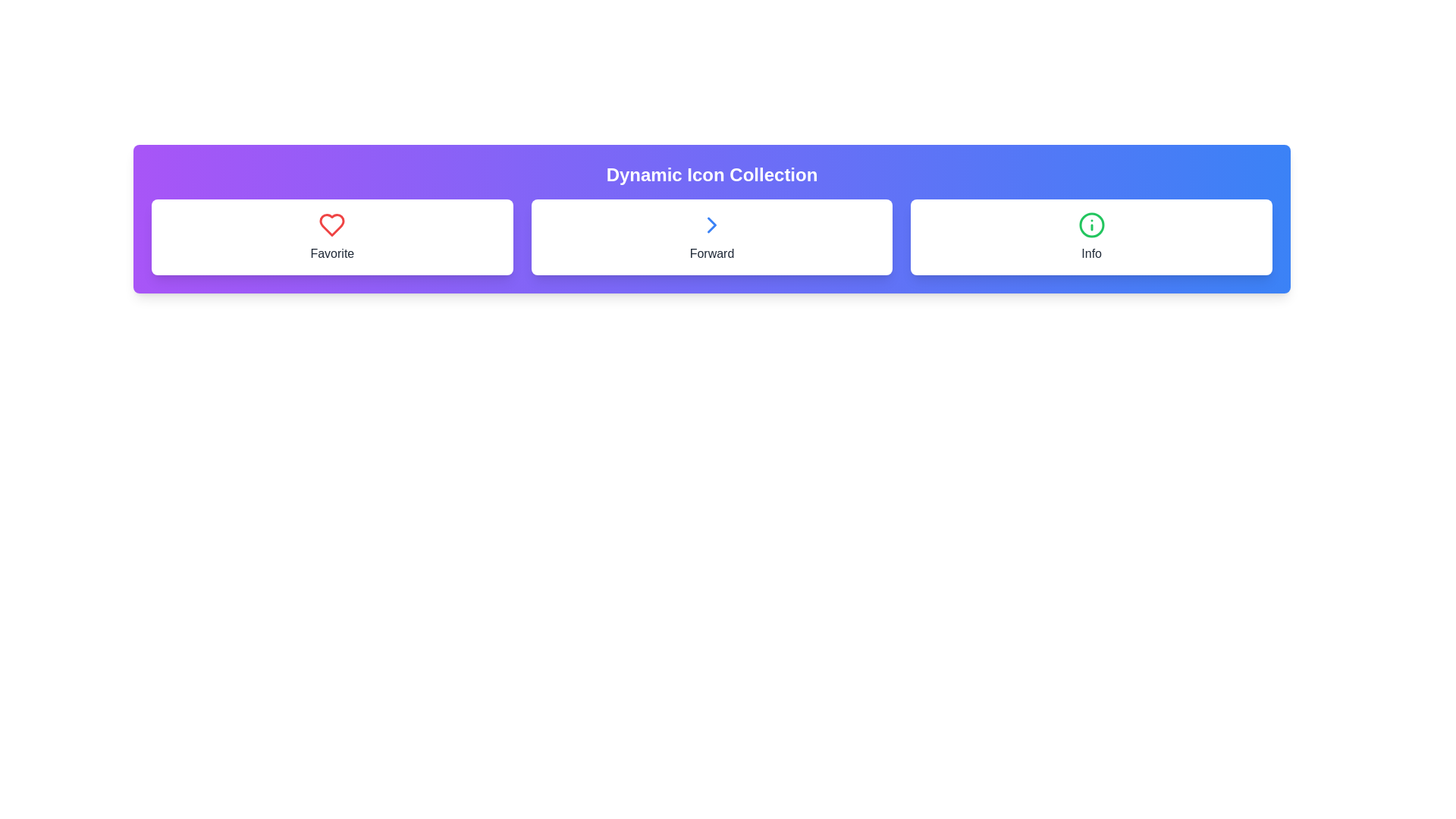 Image resolution: width=1456 pixels, height=819 pixels. Describe the element at coordinates (711, 237) in the screenshot. I see `the button labeled 'Forward', which is a card-like component with rounded corners, a white background, and a blue arrow pointing right at the top` at that location.